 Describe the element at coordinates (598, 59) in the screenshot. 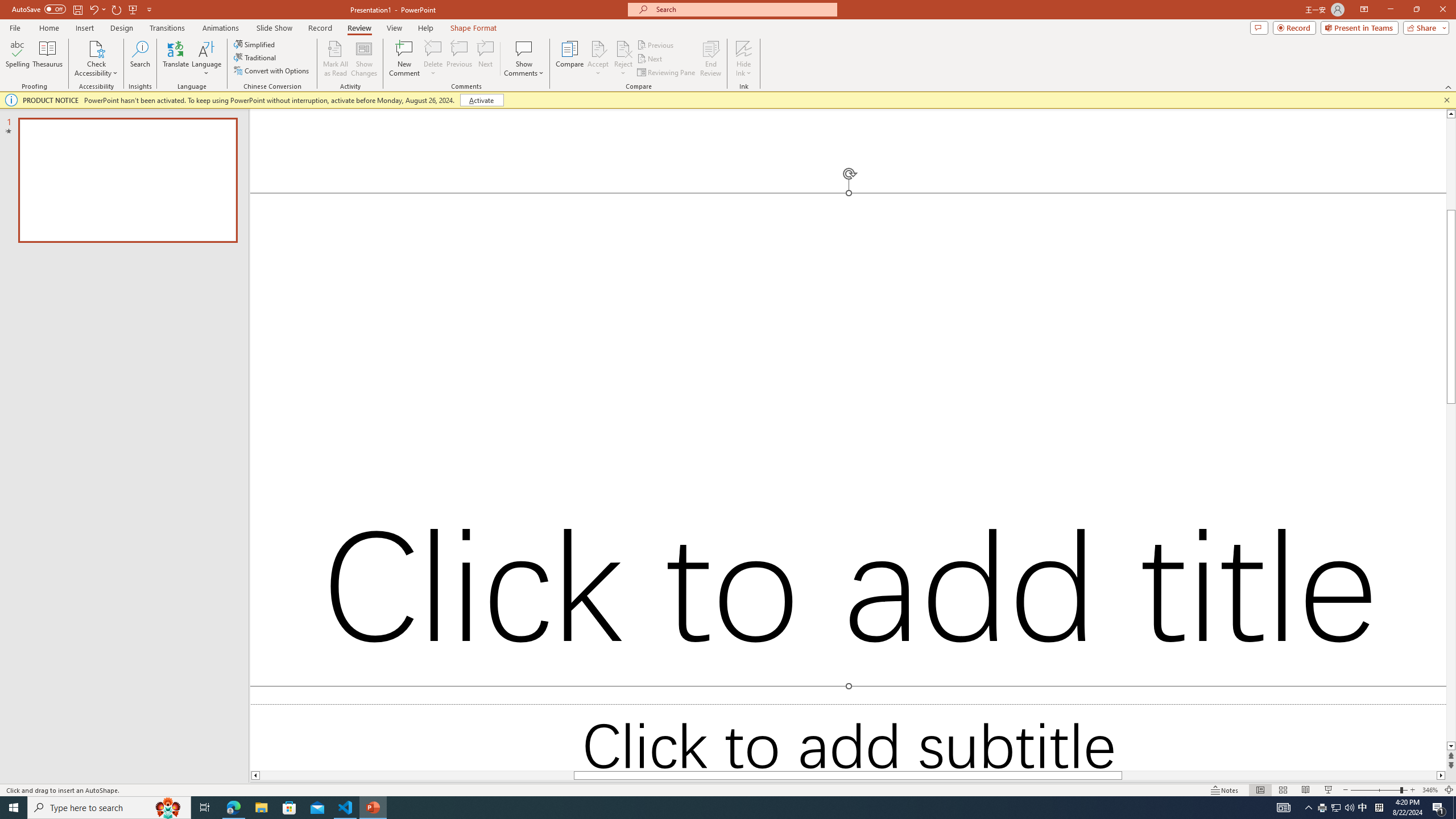

I see `'Accept'` at that location.